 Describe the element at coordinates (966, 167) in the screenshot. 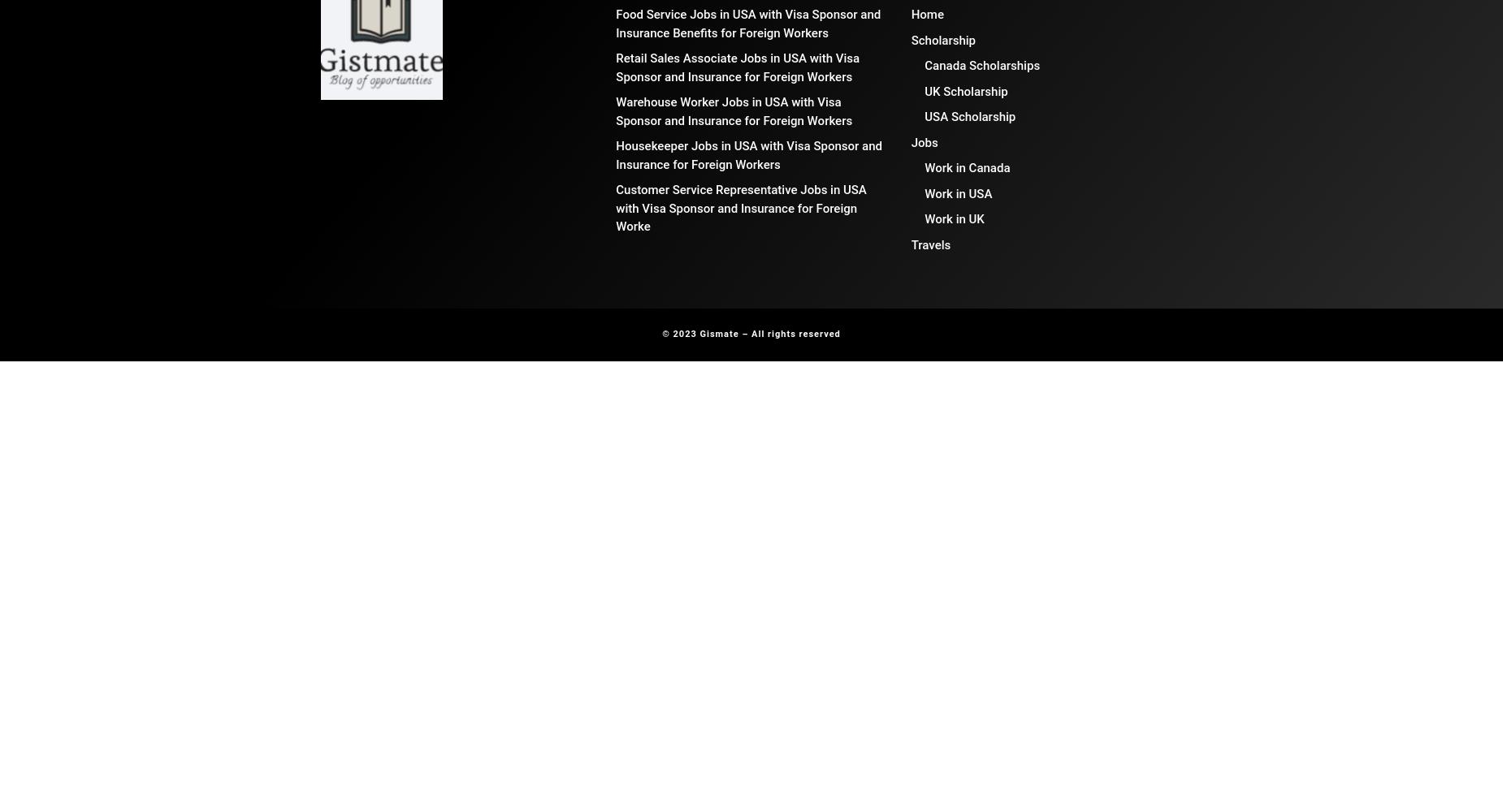

I see `'Work in Canada'` at that location.